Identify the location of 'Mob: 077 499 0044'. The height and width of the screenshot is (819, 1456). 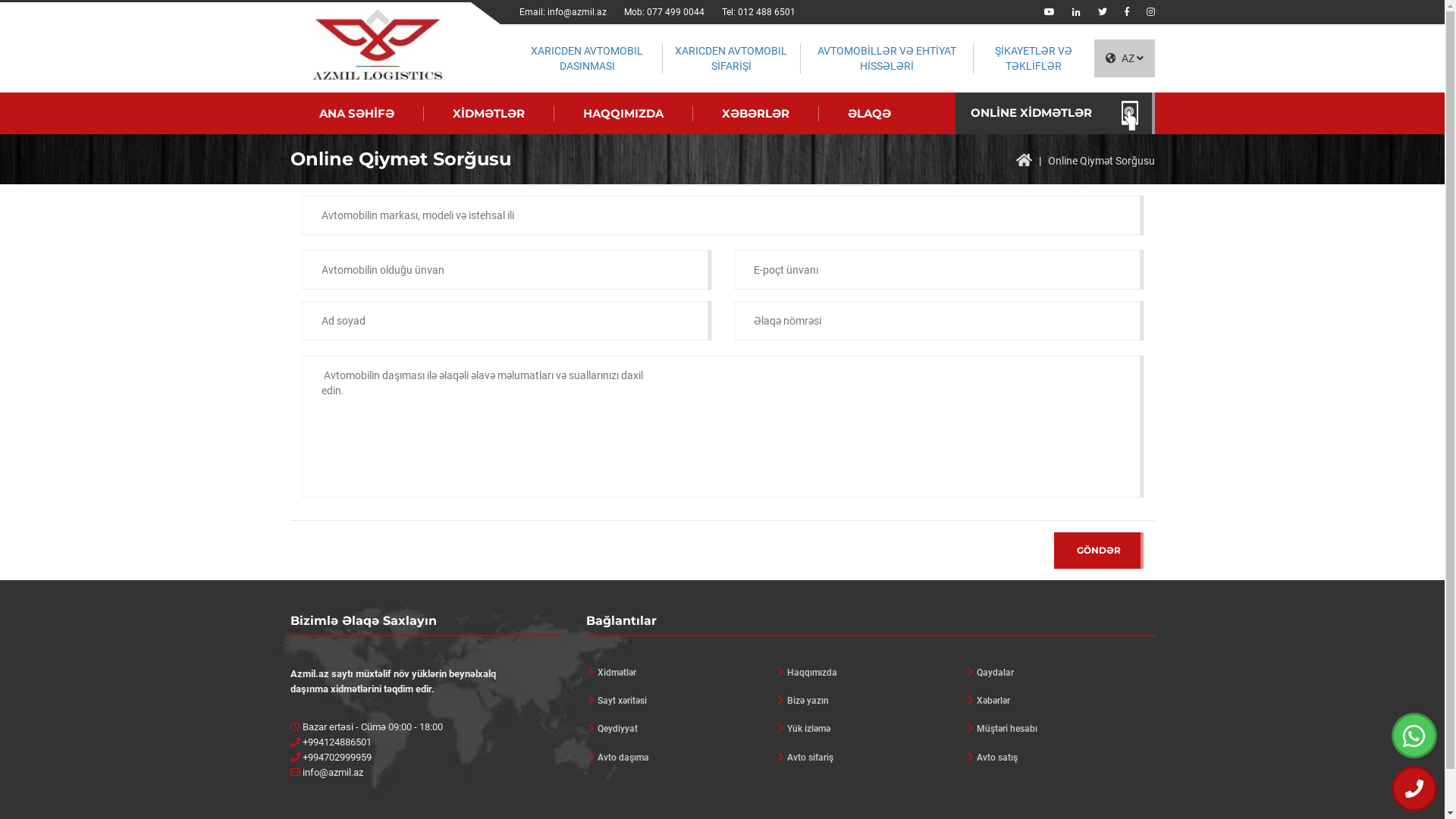
(664, 12).